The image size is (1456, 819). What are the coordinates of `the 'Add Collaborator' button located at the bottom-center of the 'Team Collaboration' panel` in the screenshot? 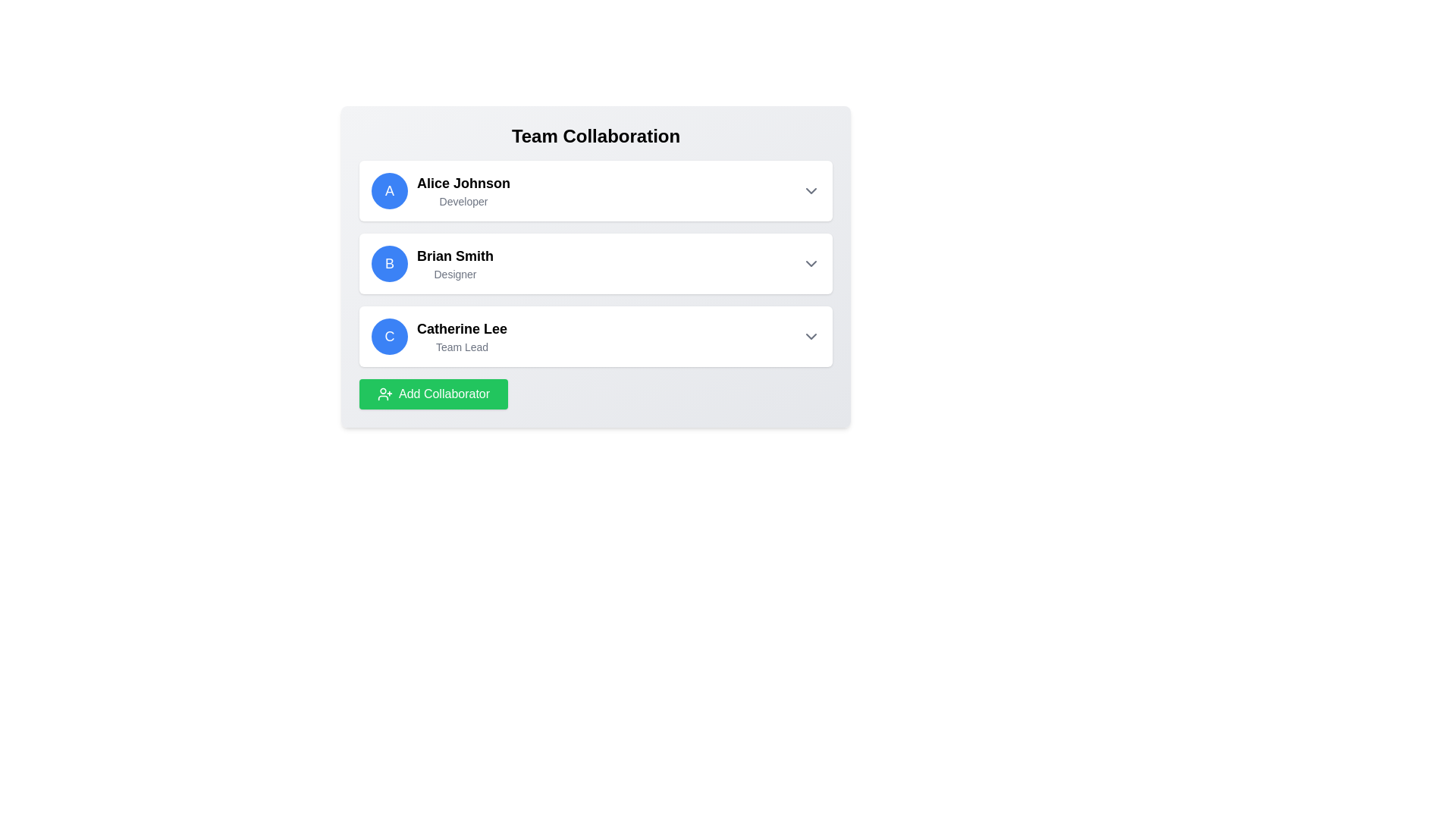 It's located at (432, 394).